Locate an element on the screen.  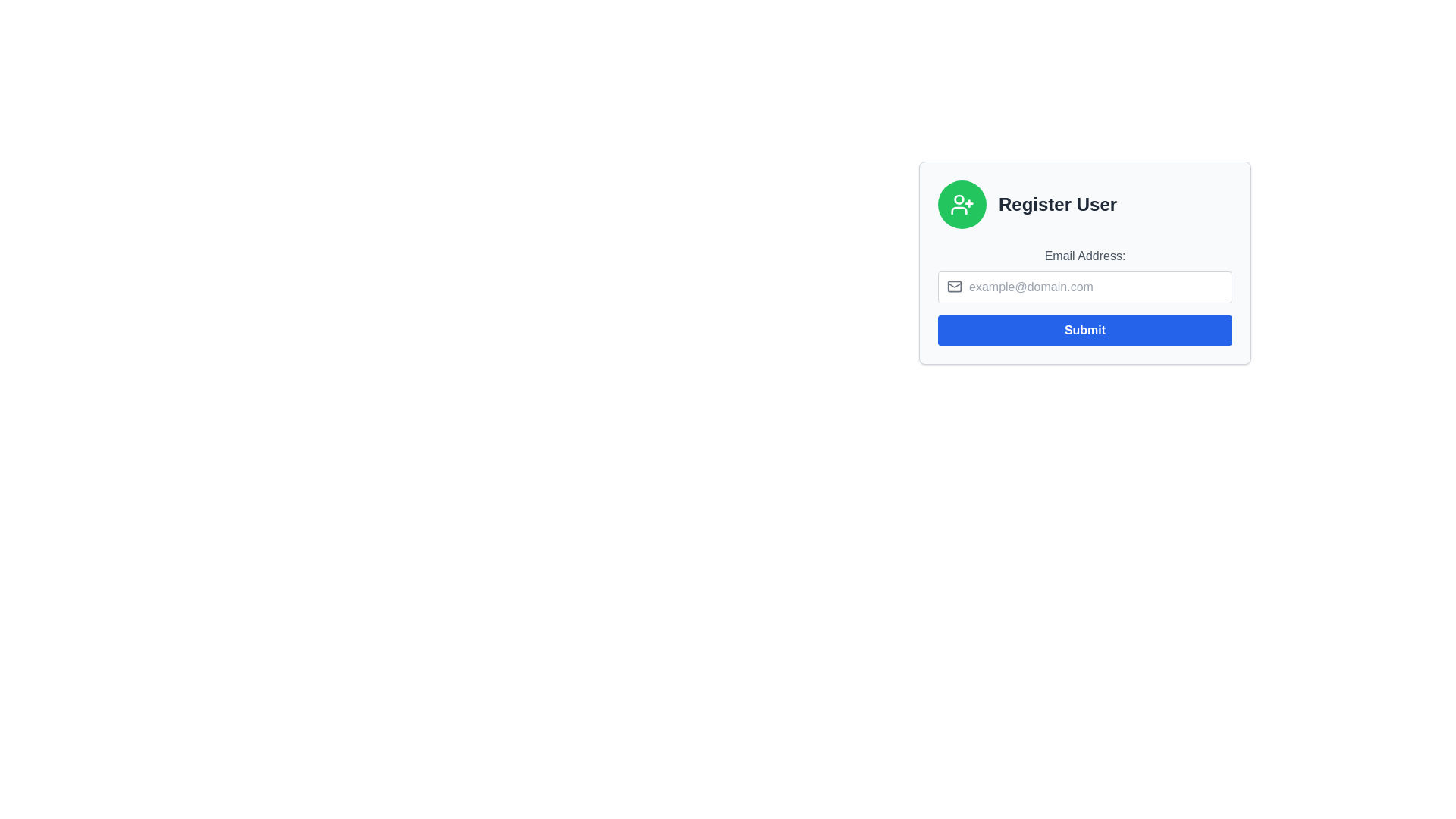
the decorative icon to the left of the 'Email Address' input field, which visually indicates that the adjacent field is for entering an email address is located at coordinates (953, 287).